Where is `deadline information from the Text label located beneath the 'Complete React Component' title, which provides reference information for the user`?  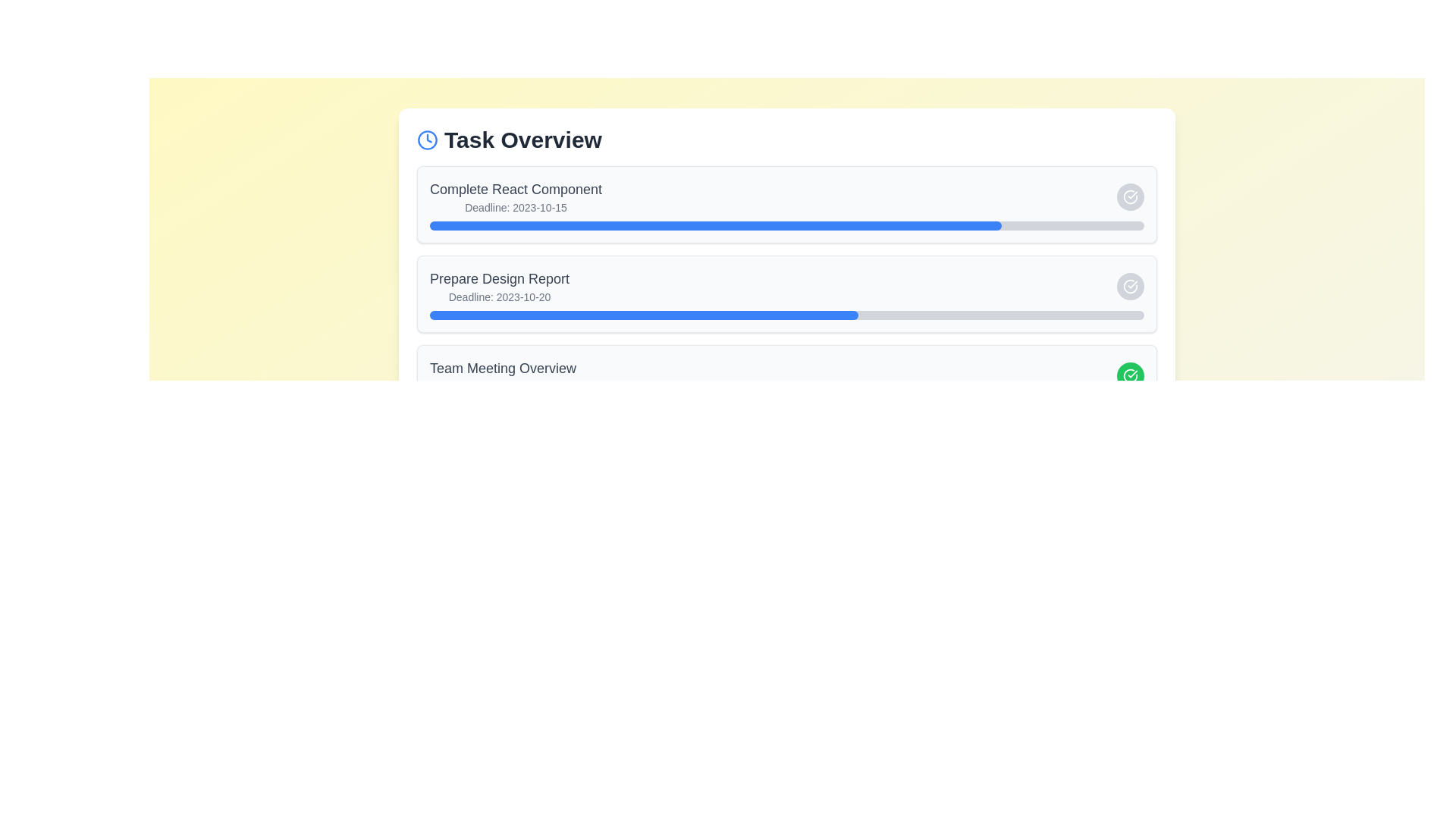
deadline information from the Text label located beneath the 'Complete React Component' title, which provides reference information for the user is located at coordinates (516, 207).